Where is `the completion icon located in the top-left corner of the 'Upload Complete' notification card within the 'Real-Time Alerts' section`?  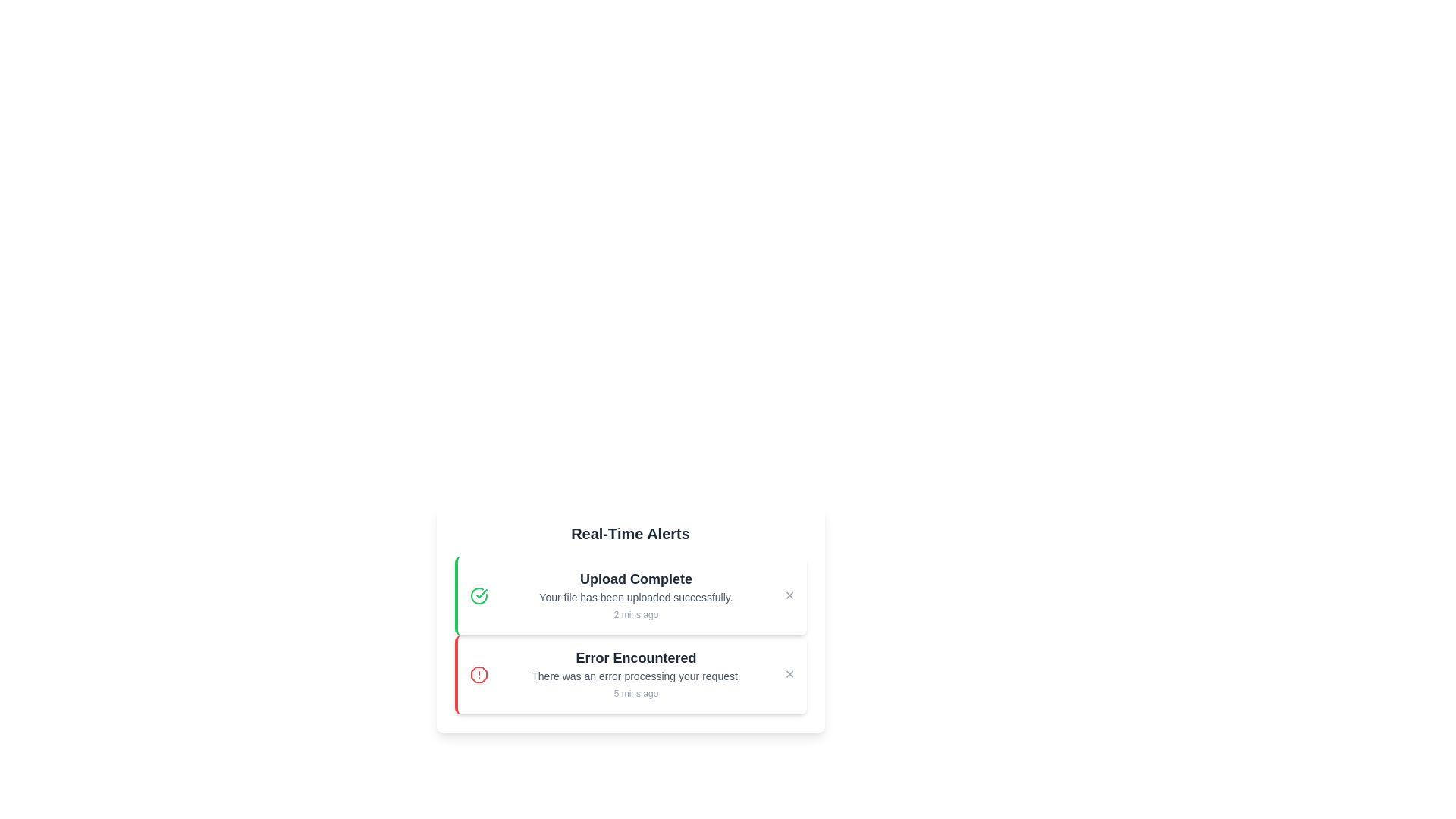
the completion icon located in the top-left corner of the 'Upload Complete' notification card within the 'Real-Time Alerts' section is located at coordinates (478, 595).